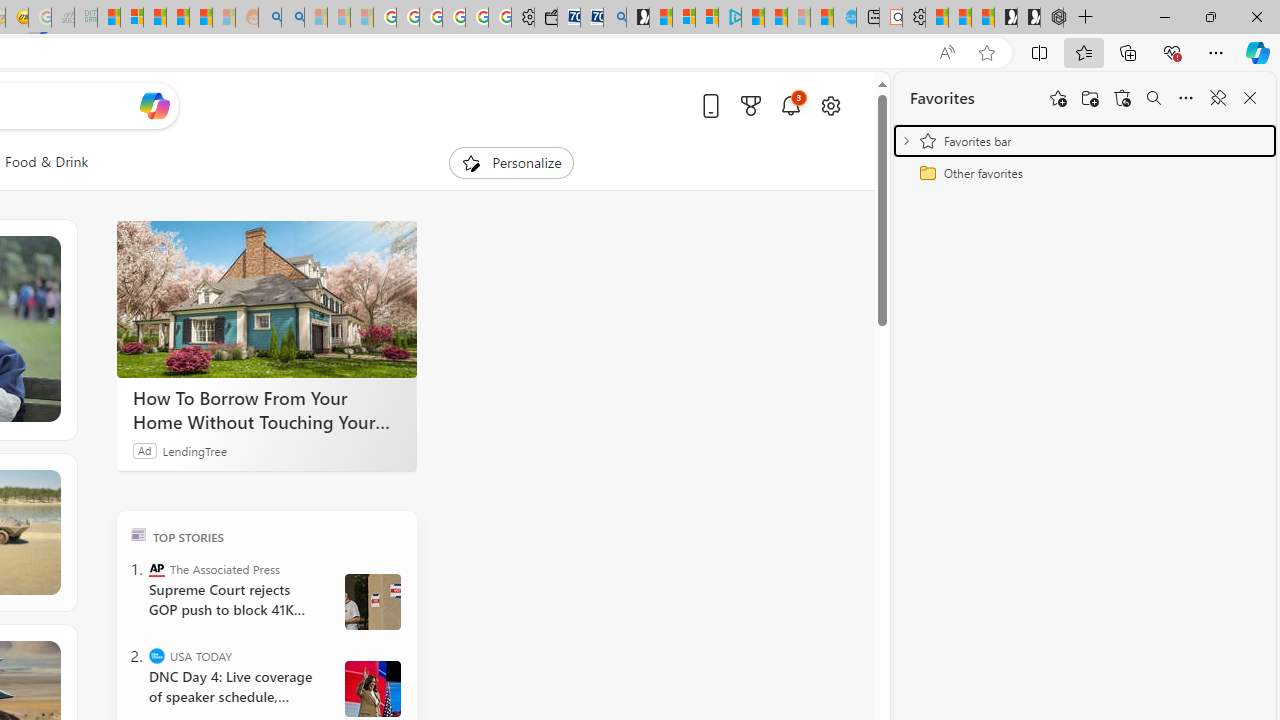 This screenshot has width=1280, height=720. Describe the element at coordinates (798, 17) in the screenshot. I see `'Microsoft Start - Sleeping'` at that location.